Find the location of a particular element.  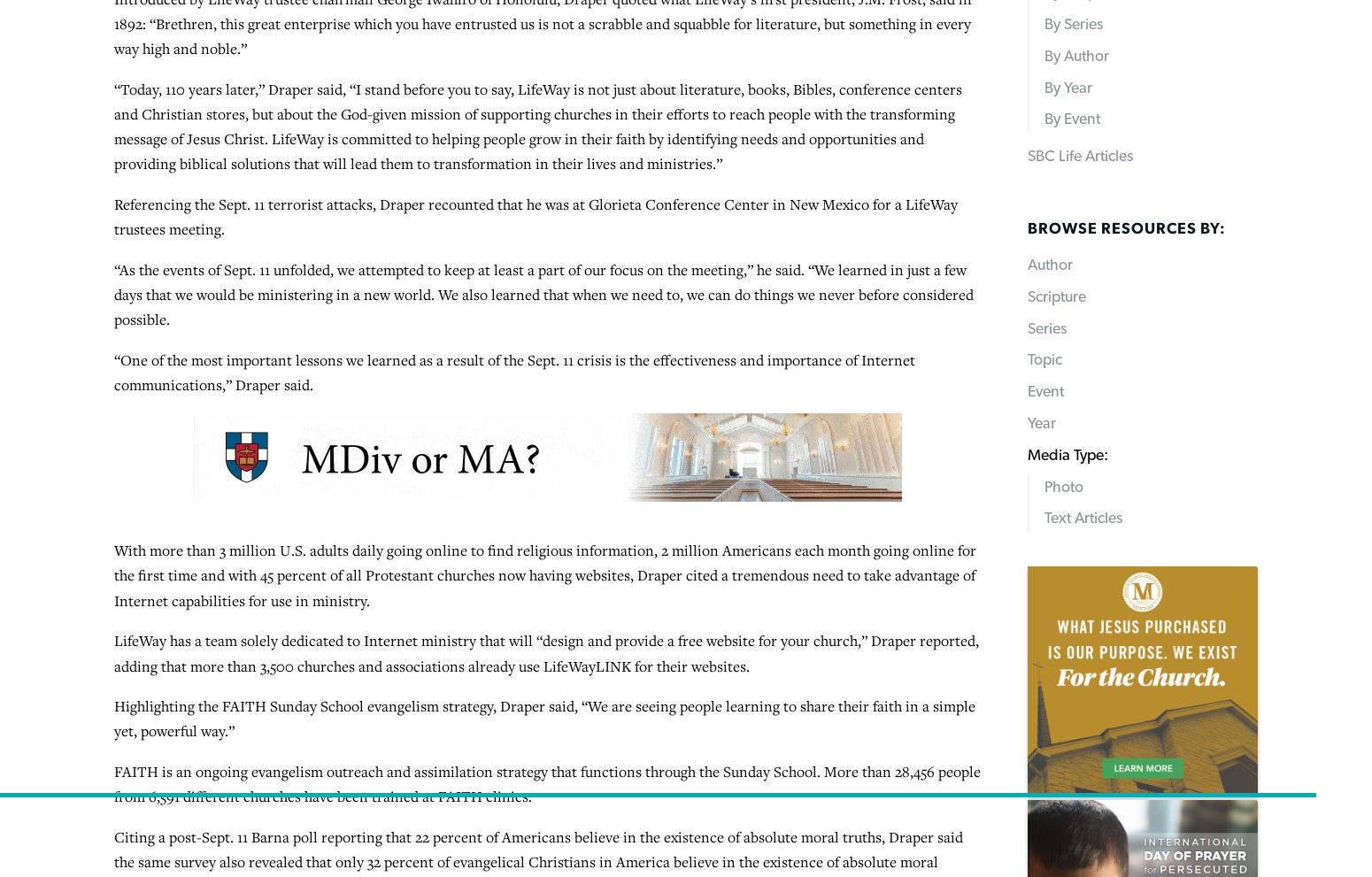

'Strategic Partnerships' is located at coordinates (485, 810).